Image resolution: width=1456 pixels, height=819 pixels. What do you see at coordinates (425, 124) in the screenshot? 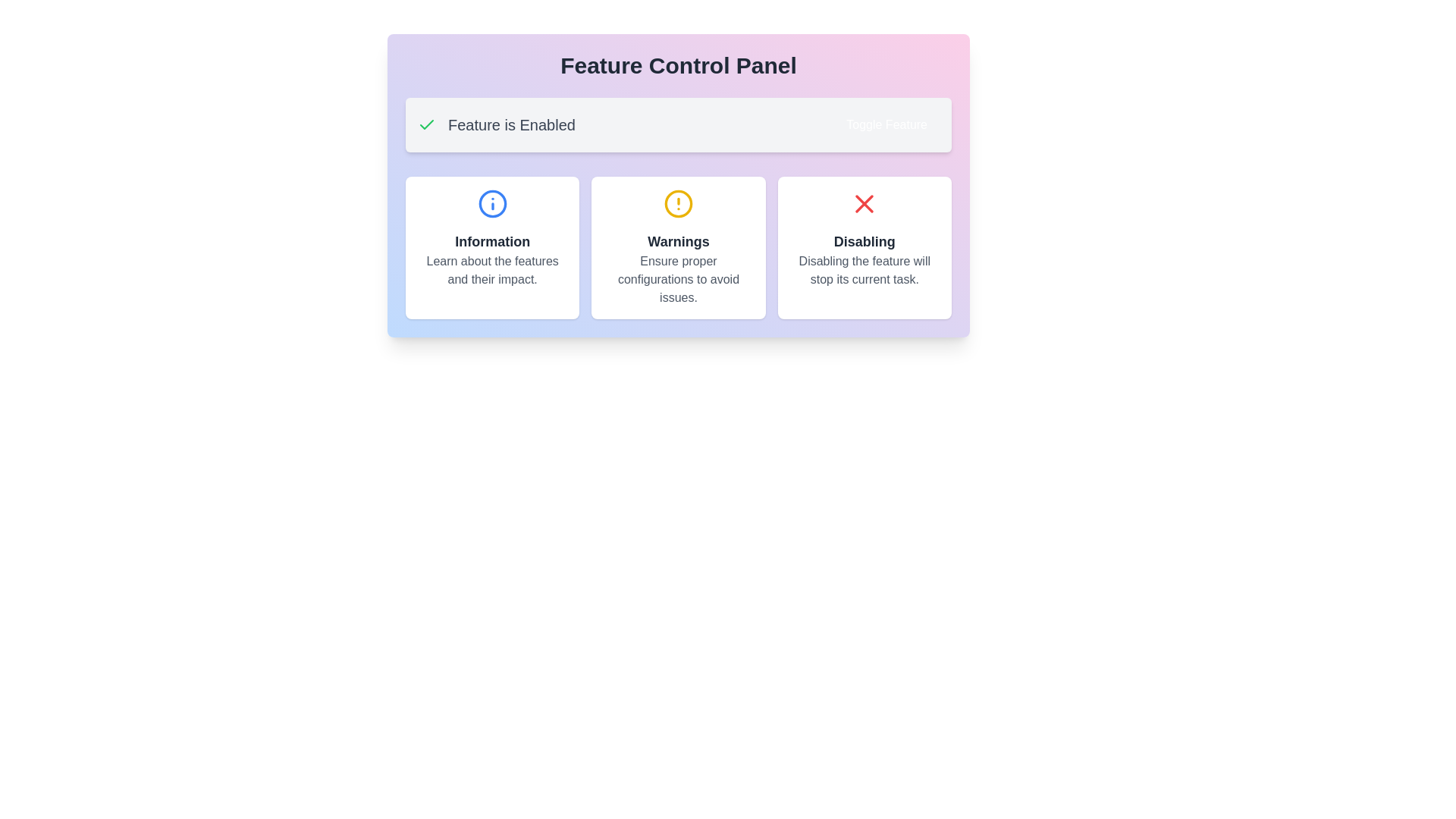
I see `the green check mark icon located at the top-left side of the checkbox label 'Feature is Enabled'` at bounding box center [425, 124].